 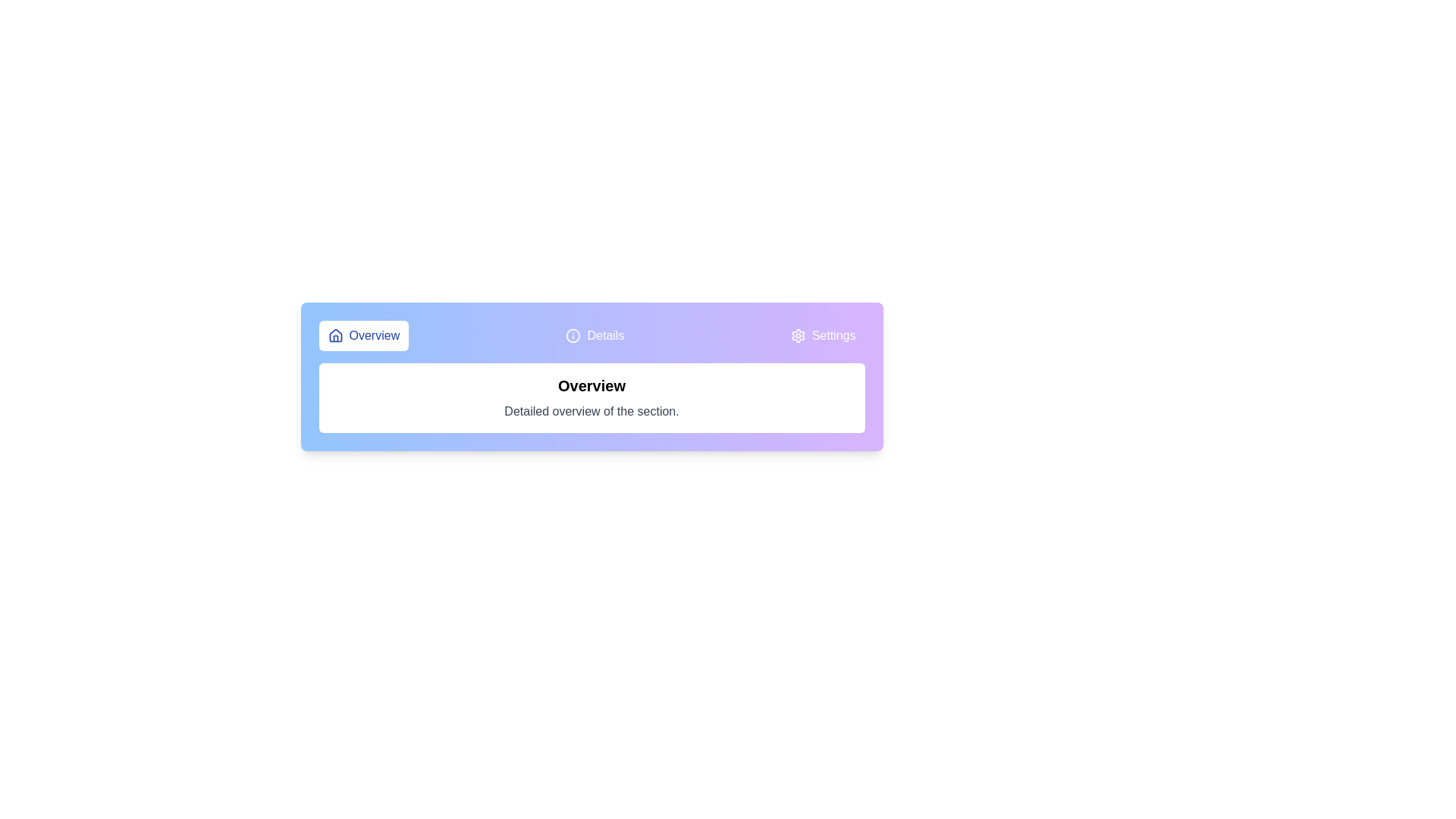 What do you see at coordinates (334, 335) in the screenshot?
I see `the icon representing the 'Overview' section, located to the left of the text label 'Overview'` at bounding box center [334, 335].